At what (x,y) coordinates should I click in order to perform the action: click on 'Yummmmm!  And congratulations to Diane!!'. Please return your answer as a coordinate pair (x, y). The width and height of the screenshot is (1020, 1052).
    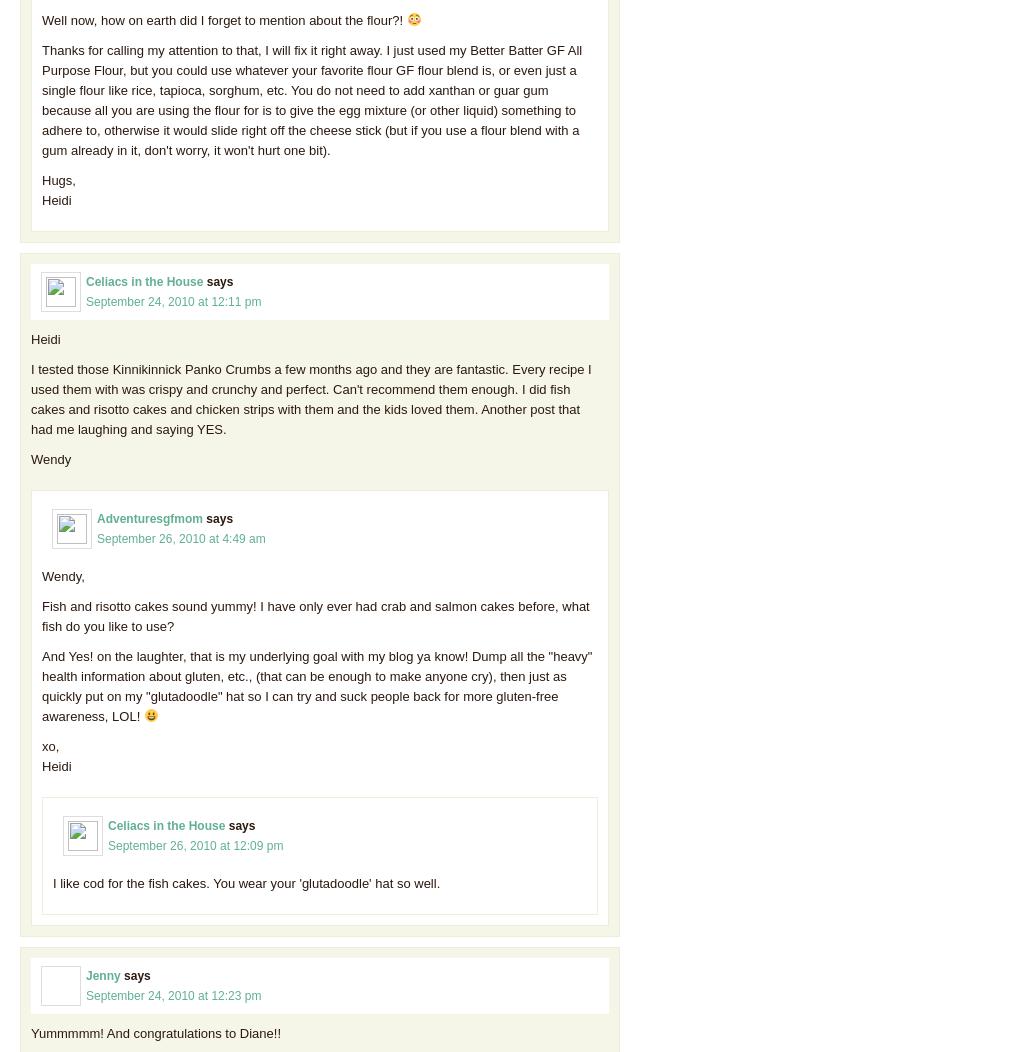
    Looking at the image, I should click on (155, 1031).